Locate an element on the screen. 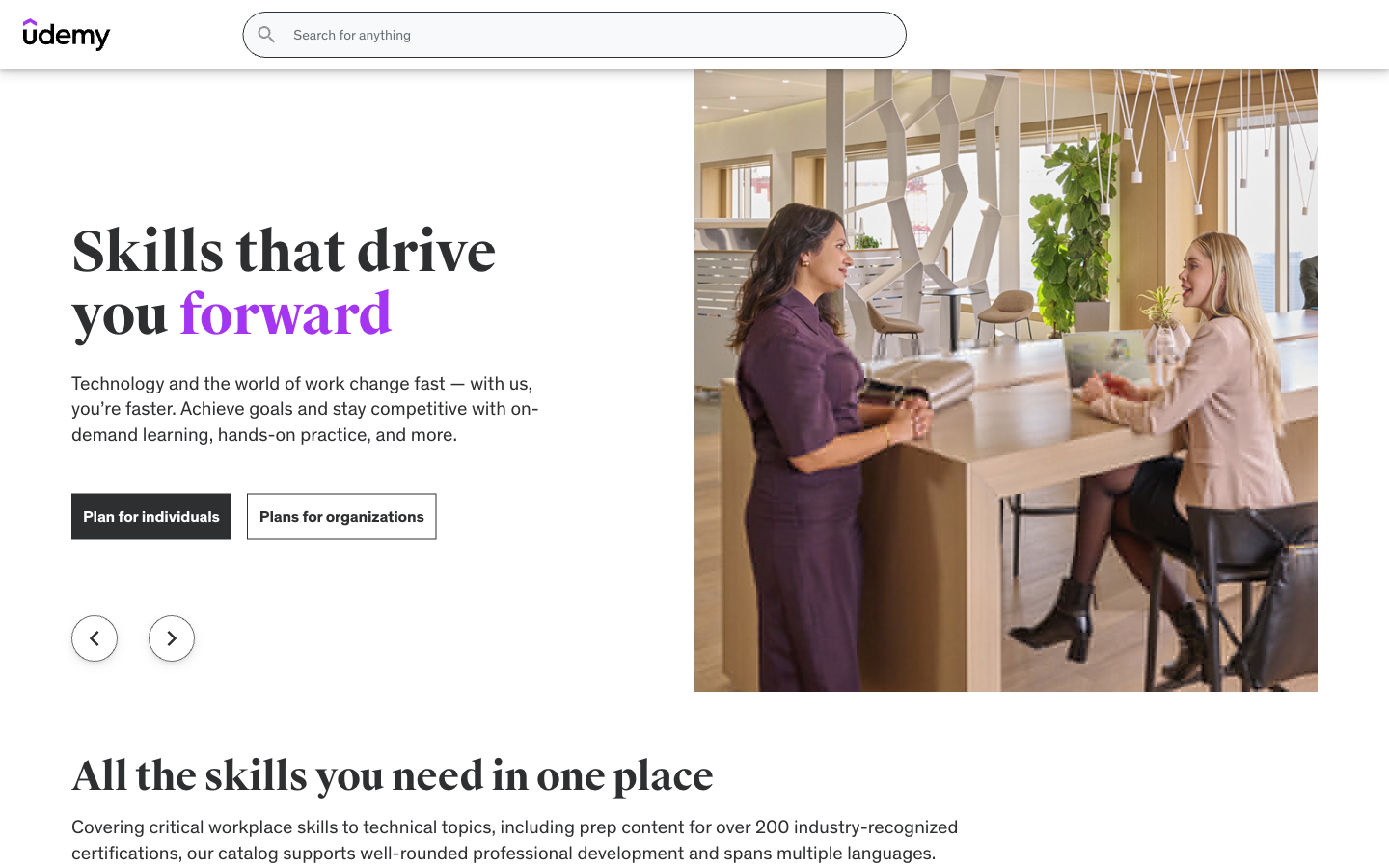 The width and height of the screenshot is (1389, 868). Validate the price range for children"s shoes is located at coordinates (234, 598).